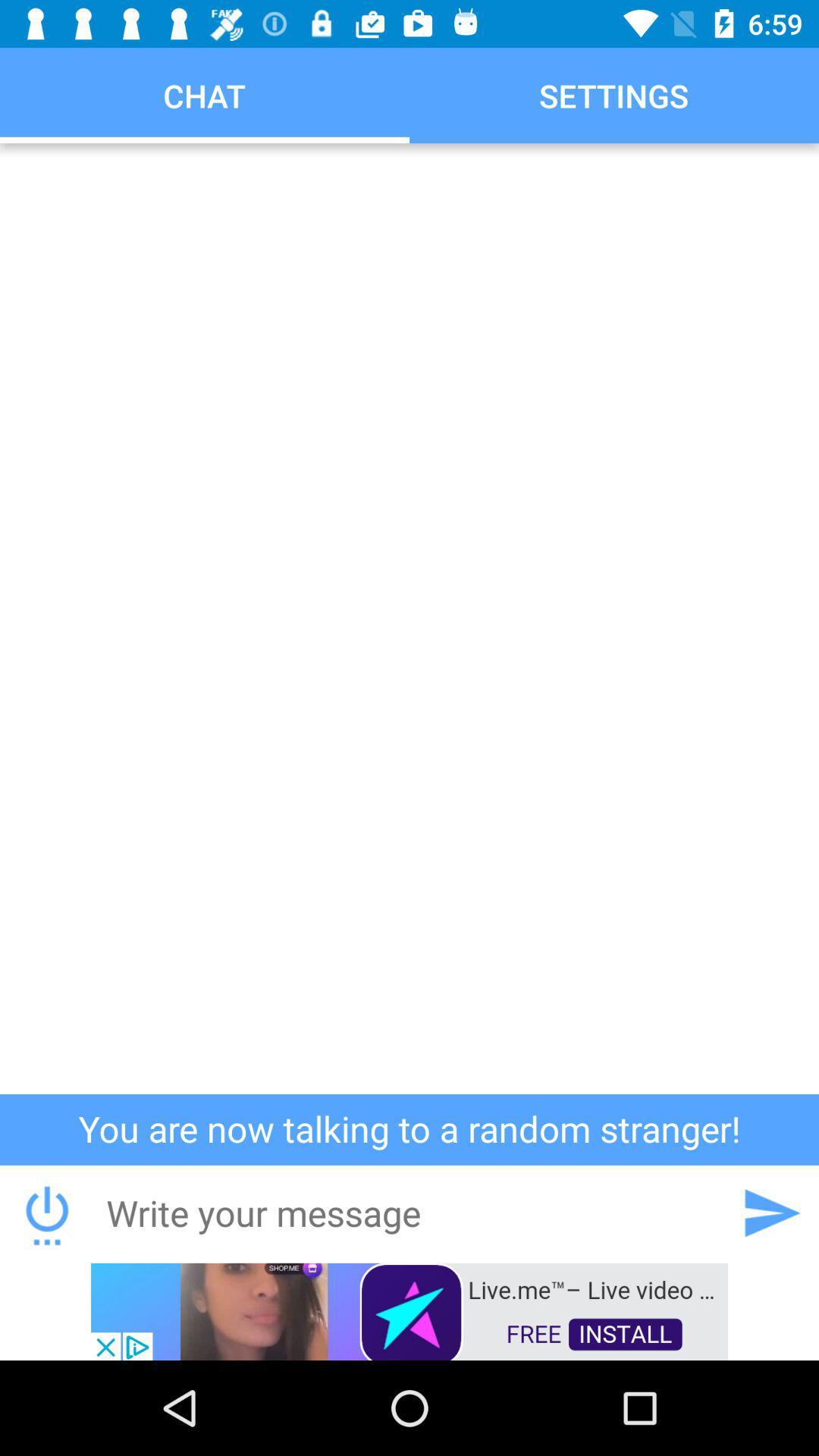  Describe the element at coordinates (409, 1310) in the screenshot. I see `bottom advertisement` at that location.